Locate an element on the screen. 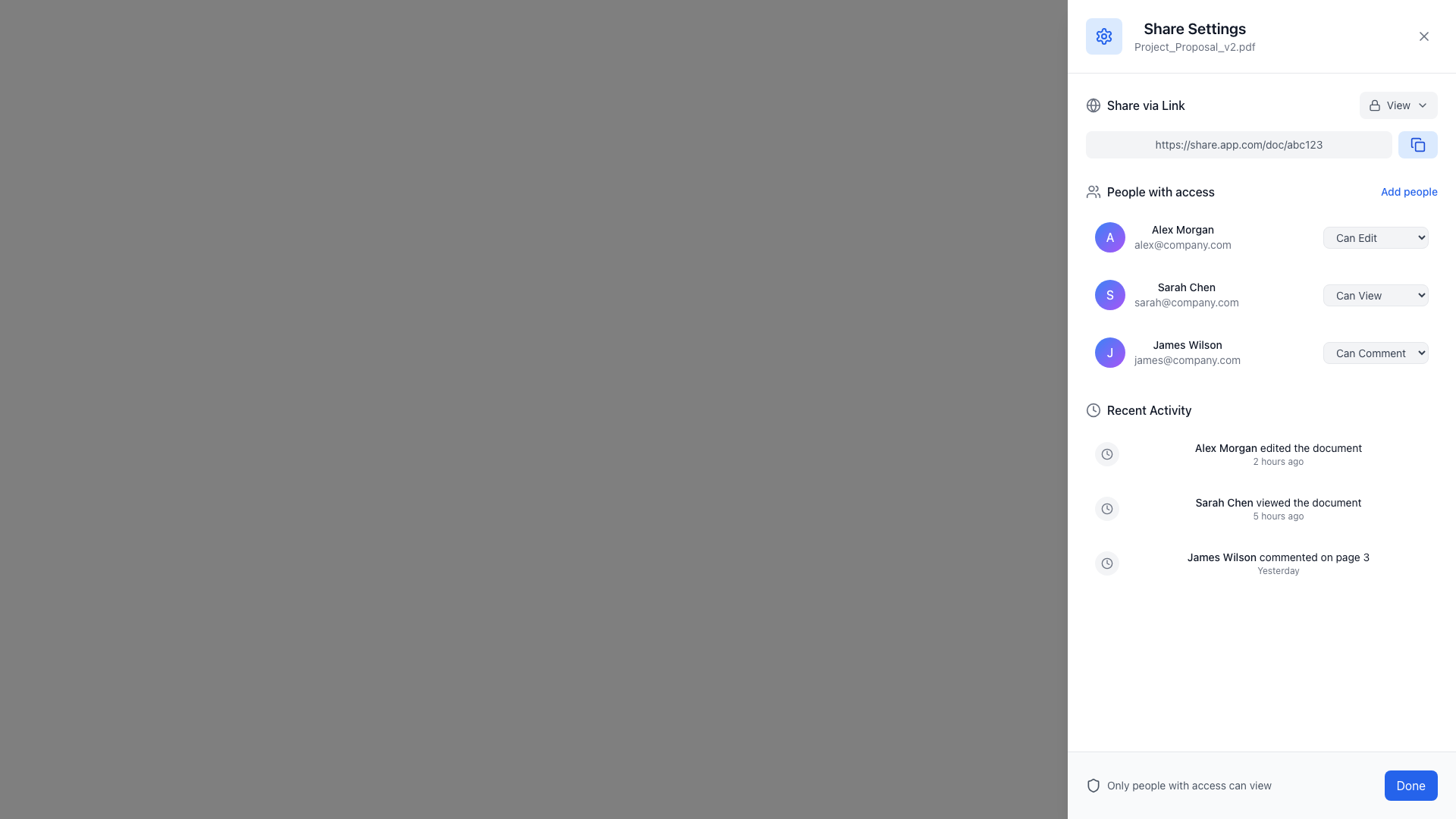 Image resolution: width=1456 pixels, height=819 pixels. the close or cancel SVG Icon located in the top-right corner of the sidebar, next to the 'Share Settings' header is located at coordinates (1423, 35).